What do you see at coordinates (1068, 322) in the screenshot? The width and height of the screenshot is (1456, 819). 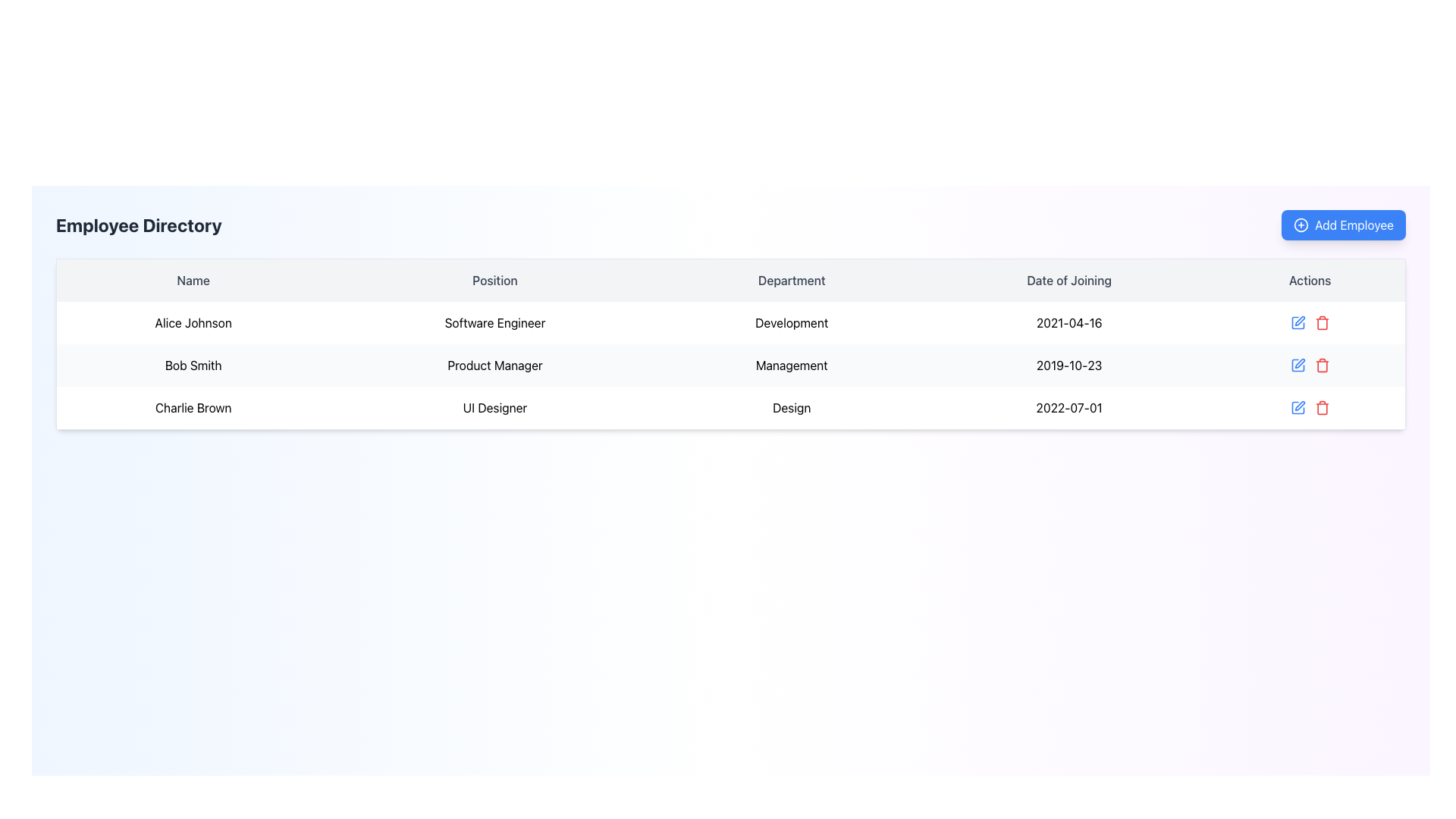 I see `the text element displaying '2021-04-16' located under the 'Date of Joining' column in the row for 'Alice Johnson' by clicking on it to interact with adjacent elements` at bounding box center [1068, 322].